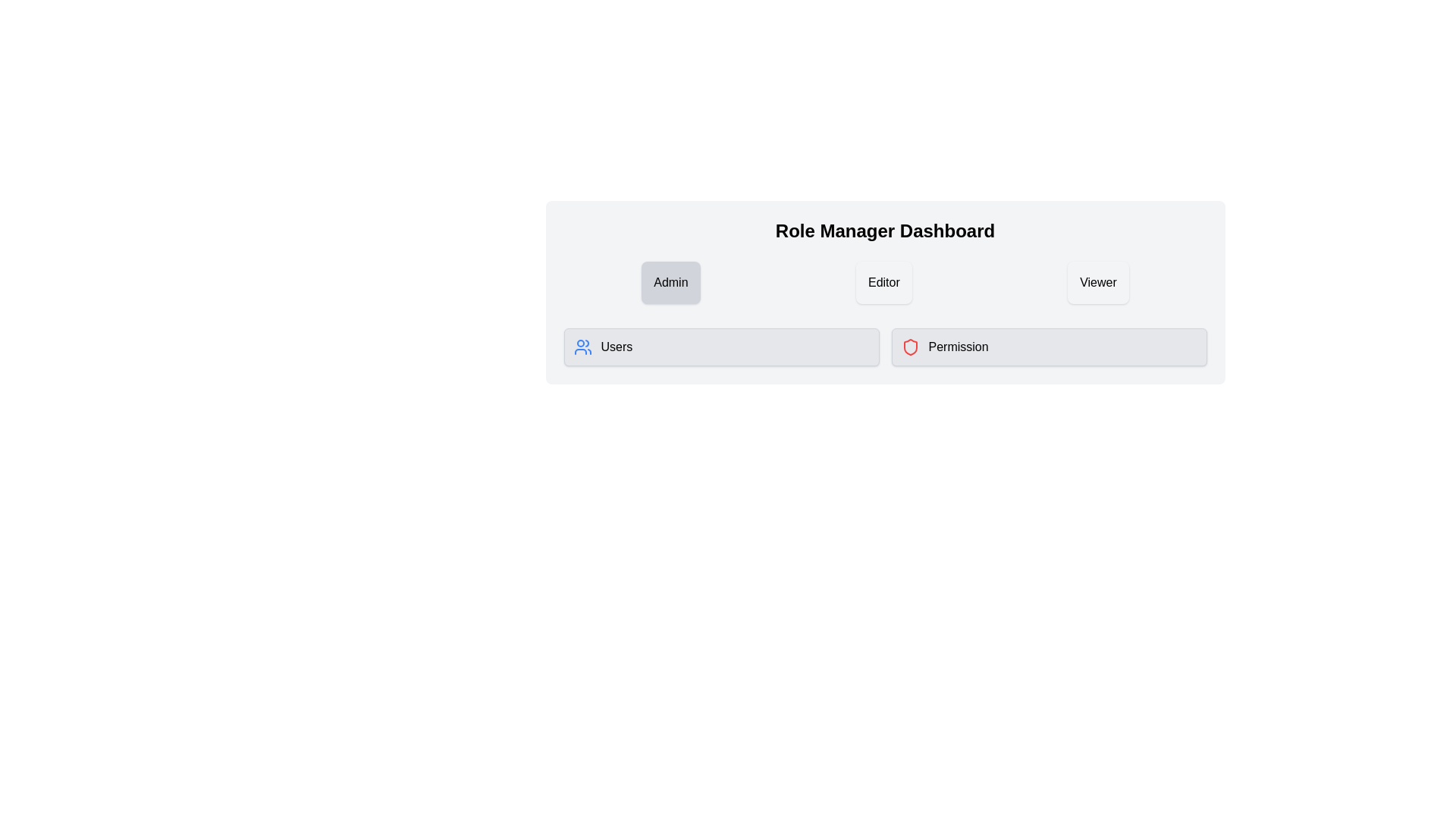 This screenshot has width=1456, height=819. Describe the element at coordinates (582, 347) in the screenshot. I see `the blue user management icon located on the left side of the interface, next to the 'Users' label` at that location.